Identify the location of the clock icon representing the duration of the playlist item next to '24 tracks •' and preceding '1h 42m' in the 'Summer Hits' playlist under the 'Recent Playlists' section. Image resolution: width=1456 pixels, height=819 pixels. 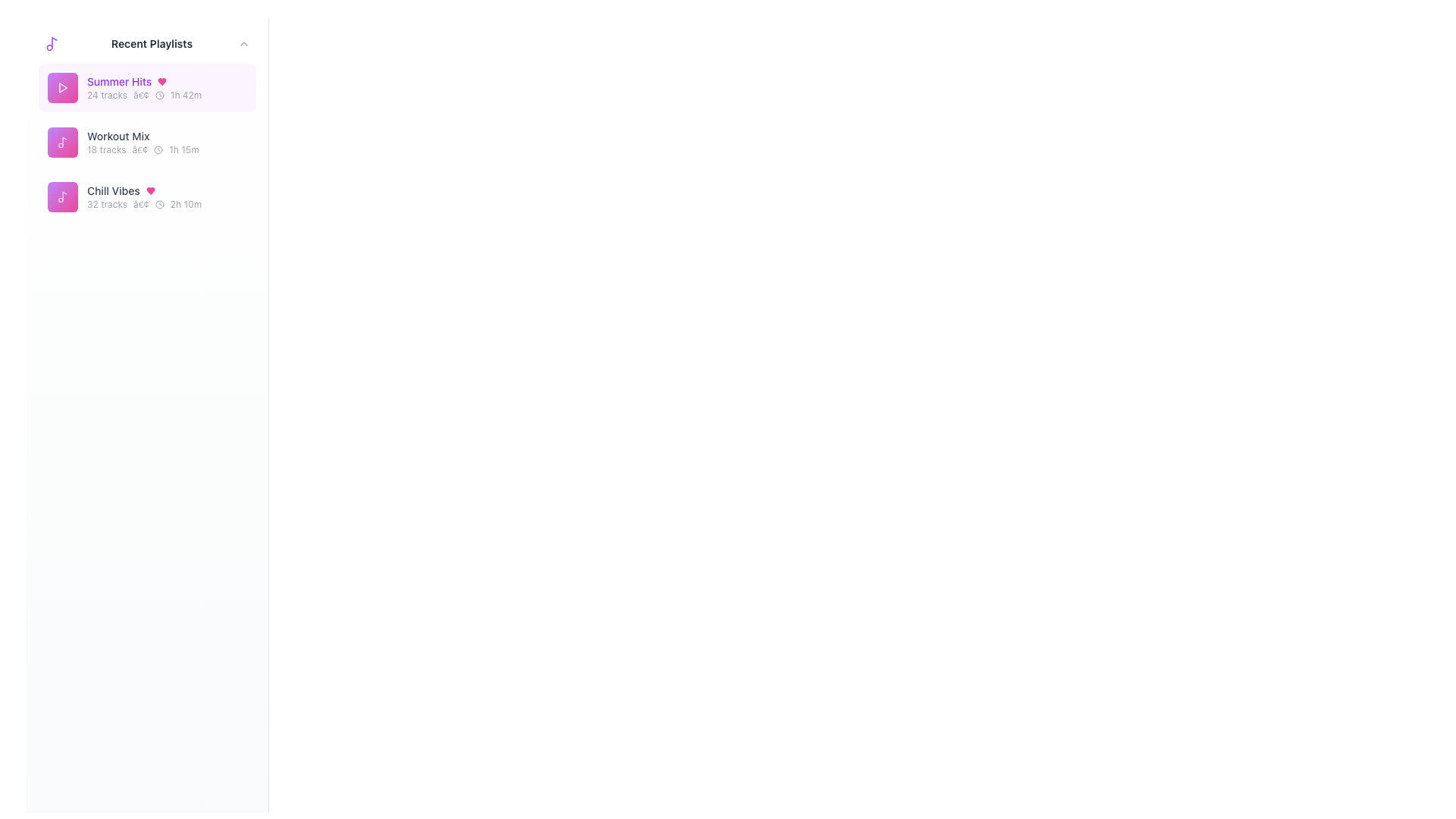
(159, 96).